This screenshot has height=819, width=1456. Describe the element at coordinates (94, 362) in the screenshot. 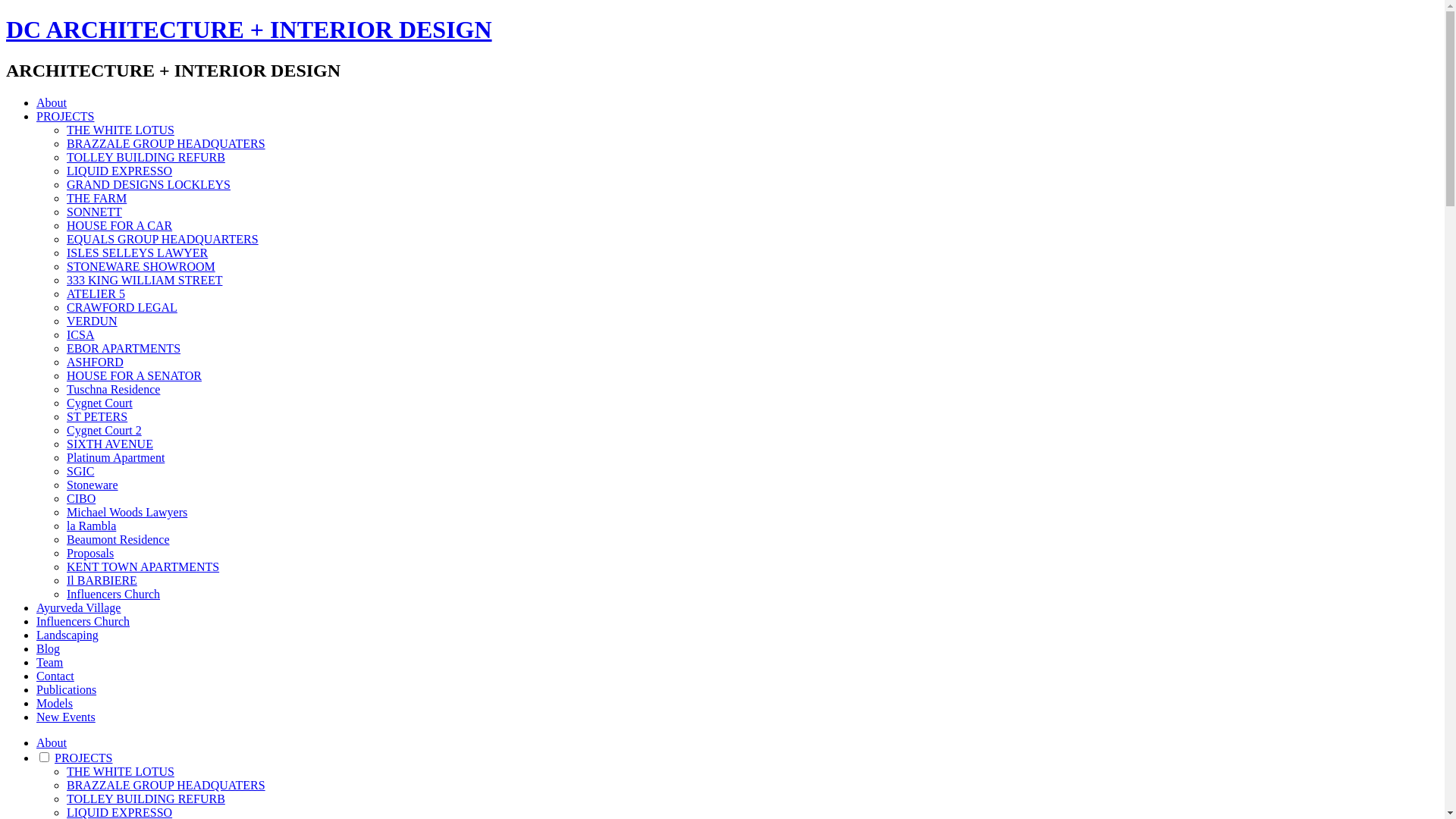

I see `'ASHFORD'` at that location.